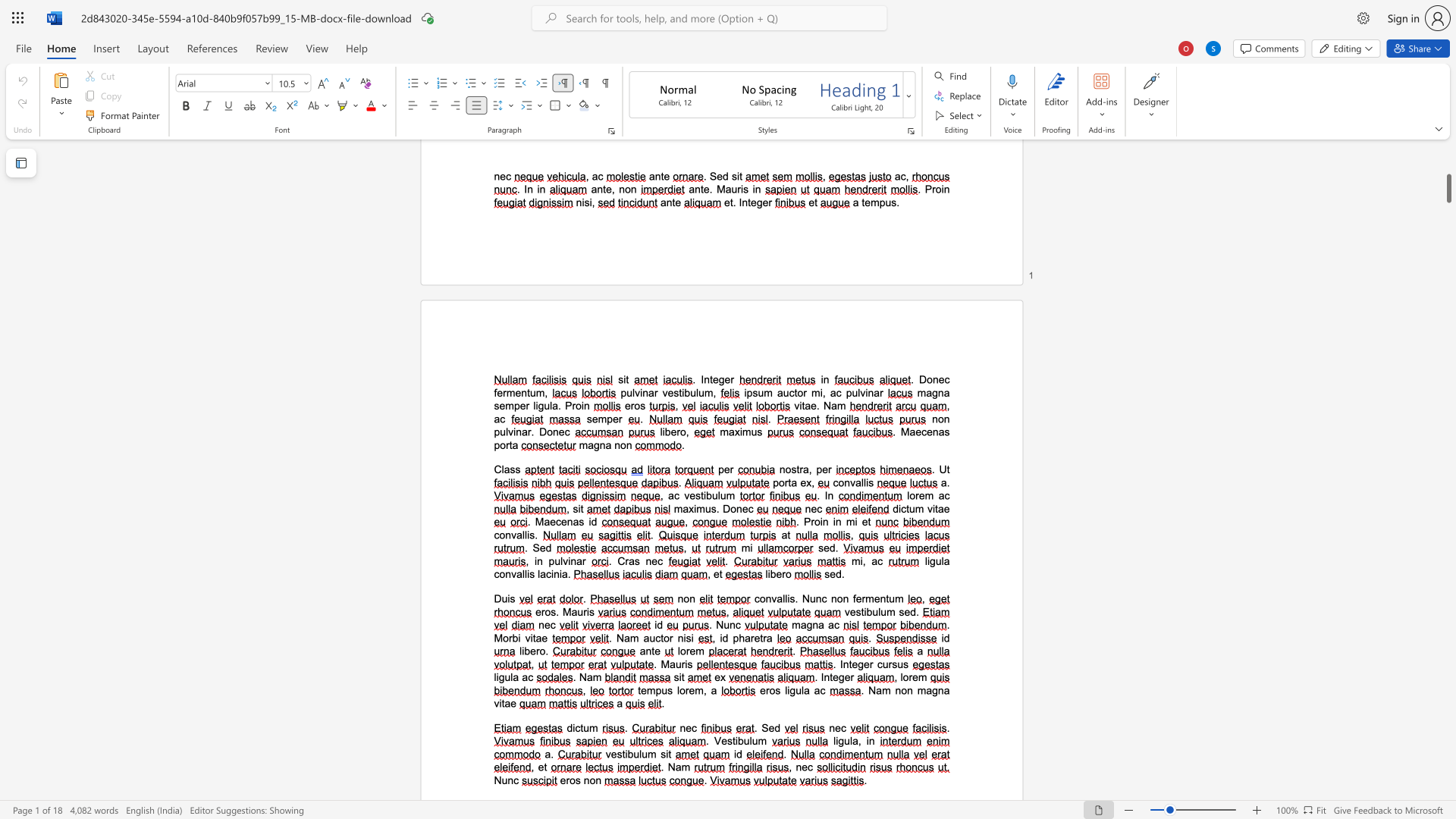 The height and width of the screenshot is (819, 1456). What do you see at coordinates (588, 610) in the screenshot?
I see `the space between the continuous character "i" and "s" in the text` at bounding box center [588, 610].